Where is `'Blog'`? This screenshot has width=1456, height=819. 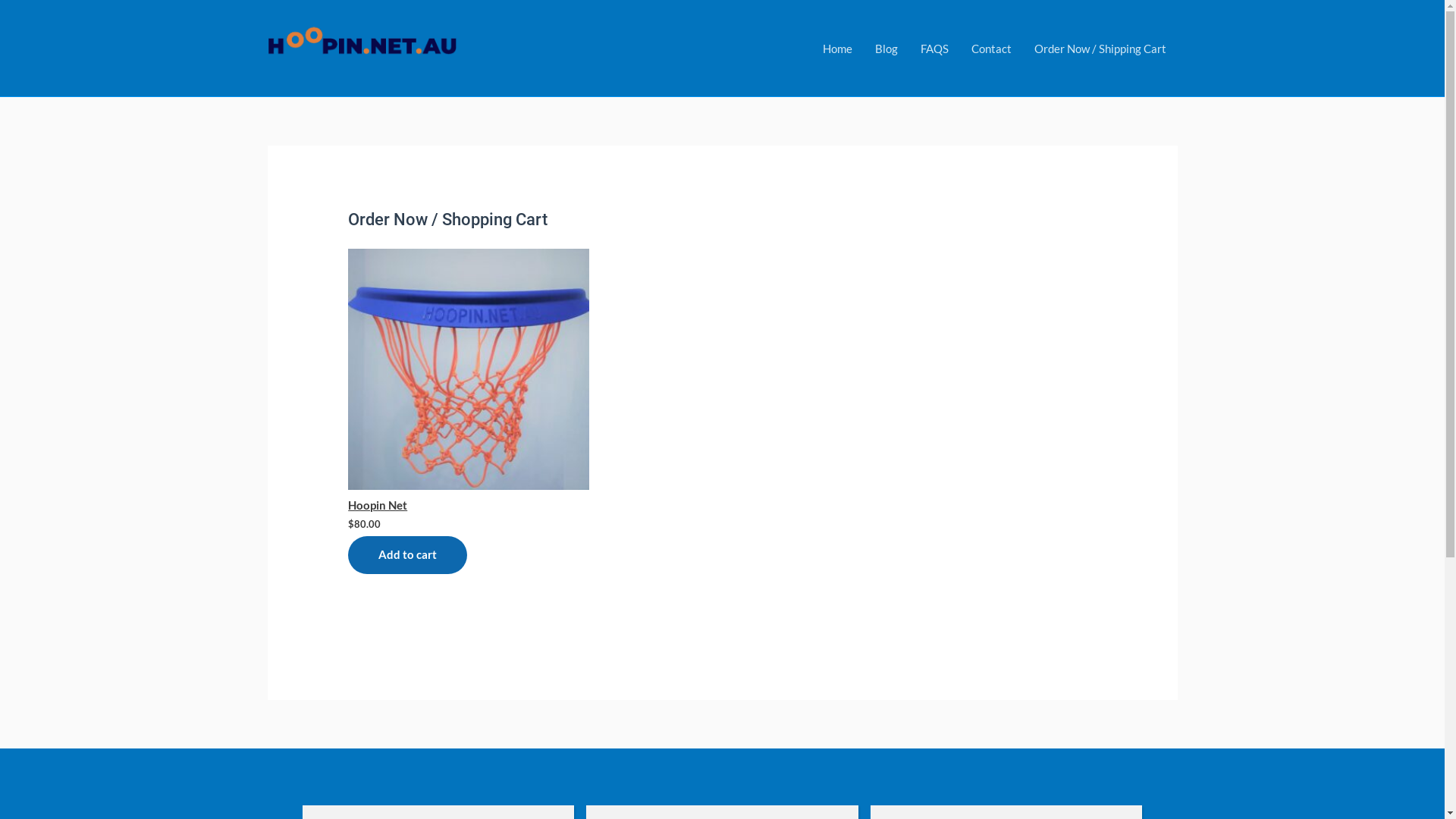
'Blog' is located at coordinates (862, 46).